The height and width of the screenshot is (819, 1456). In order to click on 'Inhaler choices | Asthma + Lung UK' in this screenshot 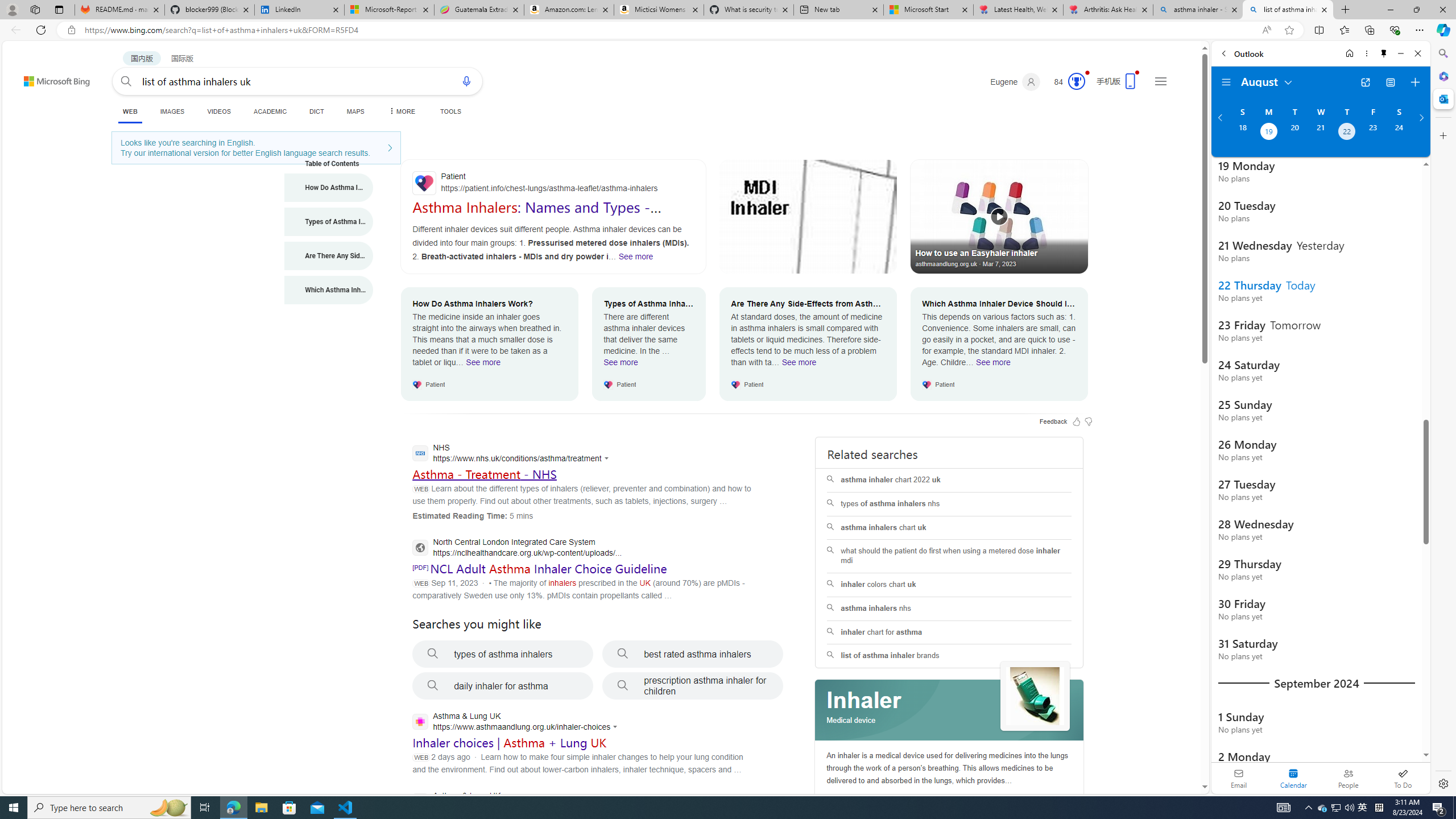, I will do `click(510, 742)`.